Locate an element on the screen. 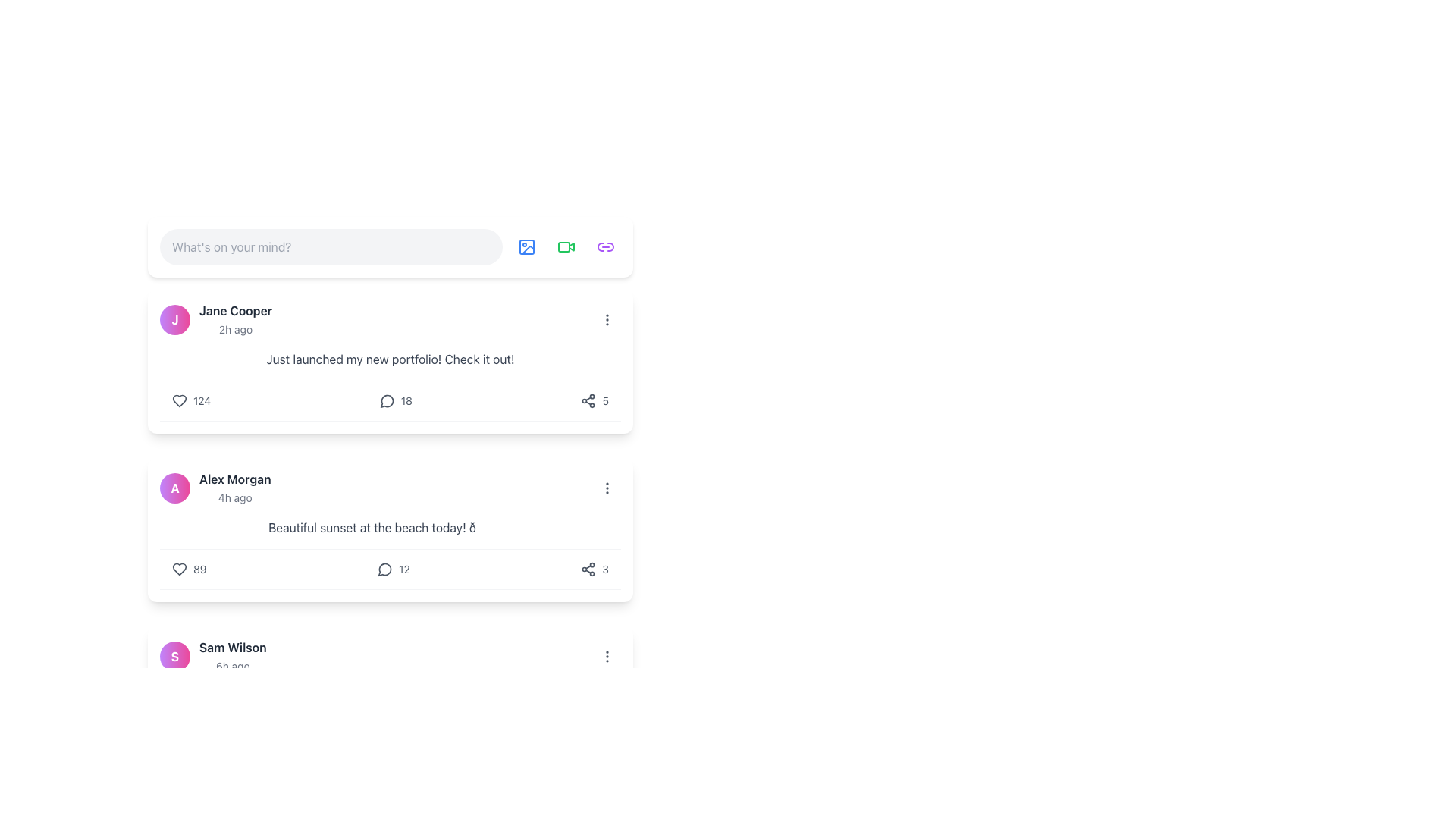 This screenshot has width=1456, height=819. the Avatar representing the user 'Alex Morgan', which is the leftmost component in the second post card of the feed section, adjacent to the username and timestamp is located at coordinates (174, 488).